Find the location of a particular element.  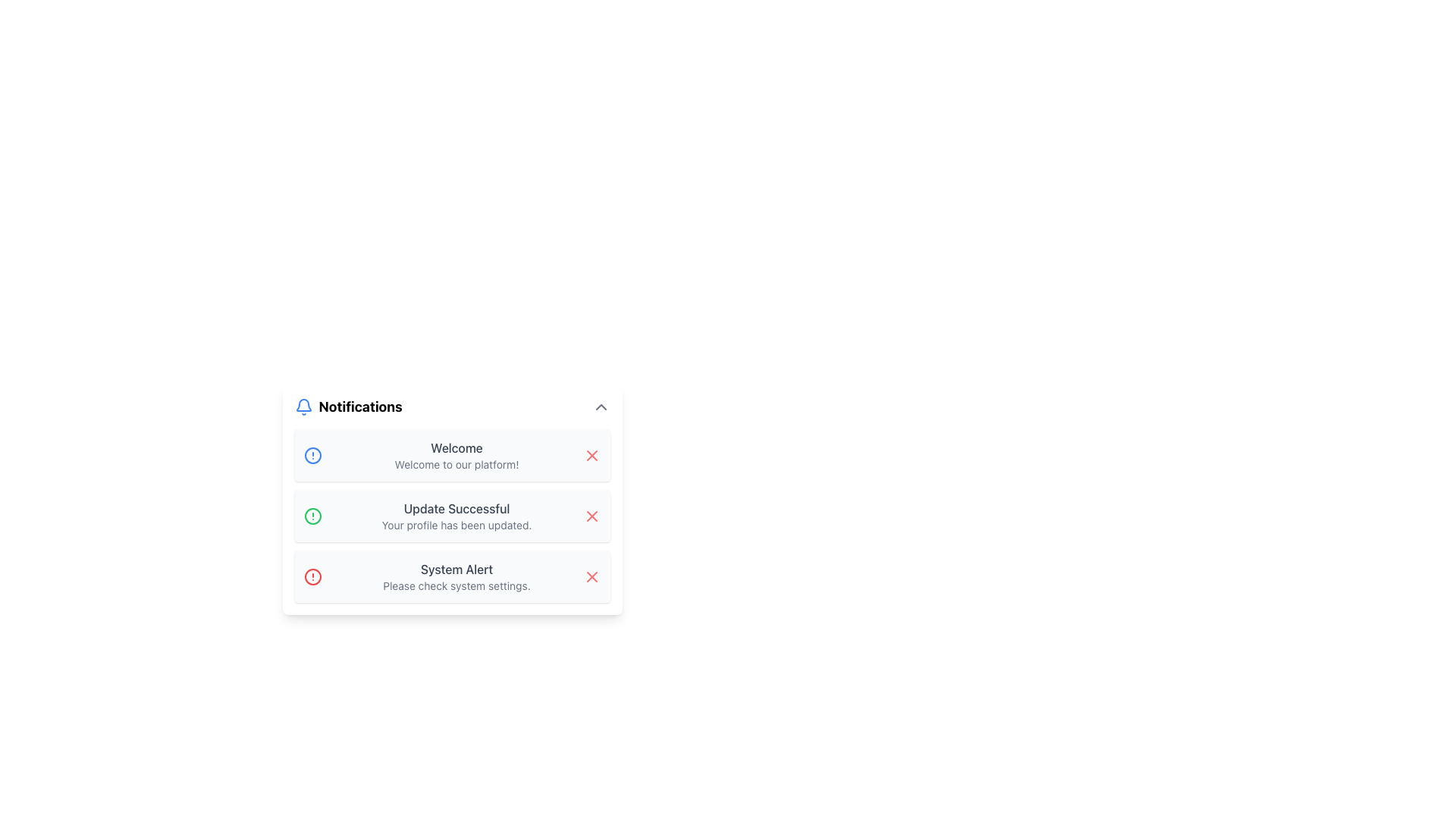

the 'Welcome' text label, which is prominently displayed in gray color with a bold style, located at the top of the notification list is located at coordinates (456, 447).